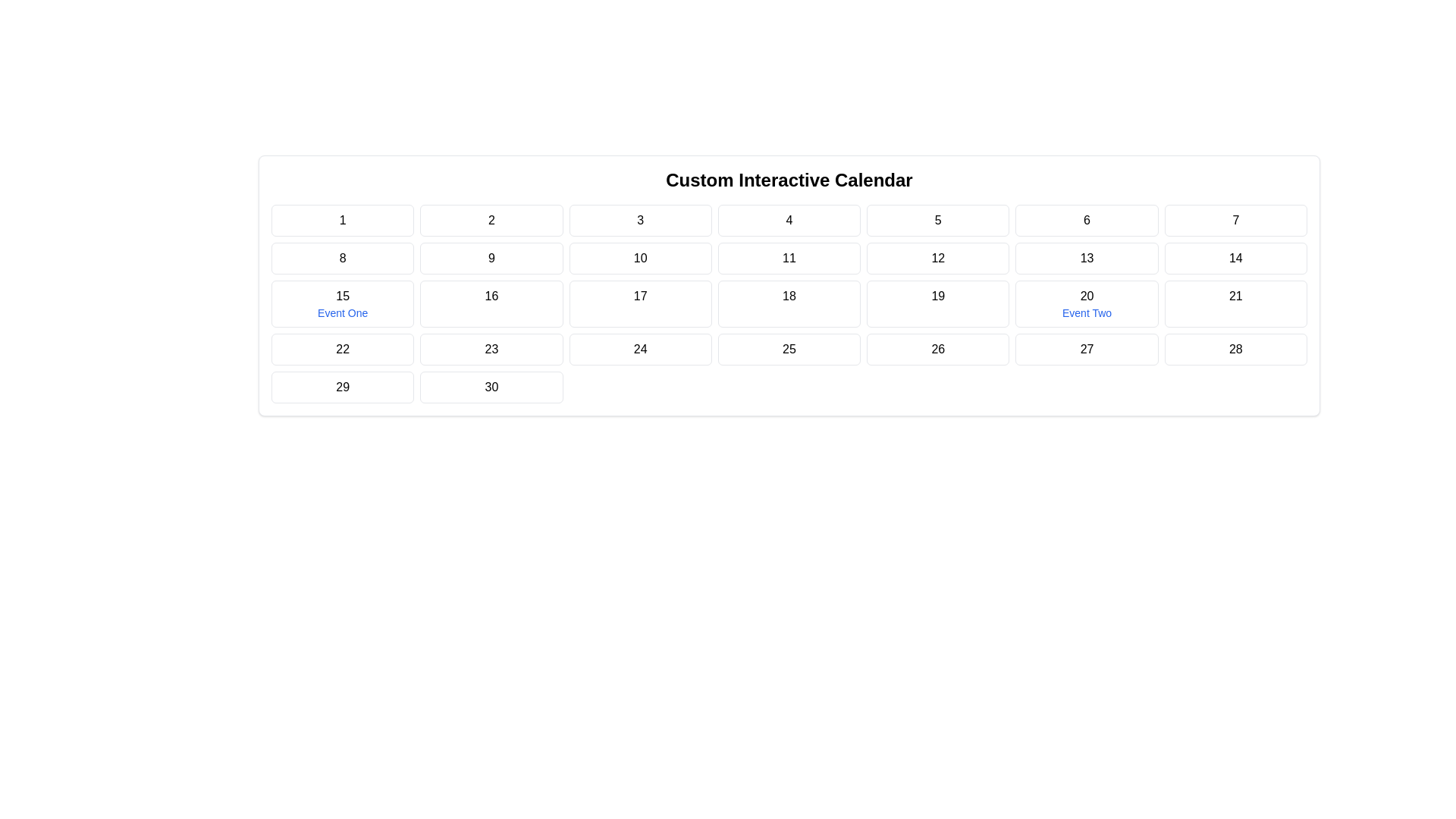 Image resolution: width=1456 pixels, height=819 pixels. What do you see at coordinates (640, 257) in the screenshot?
I see `the rectangular button labeled '10' in the second row, third column of the grid layout` at bounding box center [640, 257].